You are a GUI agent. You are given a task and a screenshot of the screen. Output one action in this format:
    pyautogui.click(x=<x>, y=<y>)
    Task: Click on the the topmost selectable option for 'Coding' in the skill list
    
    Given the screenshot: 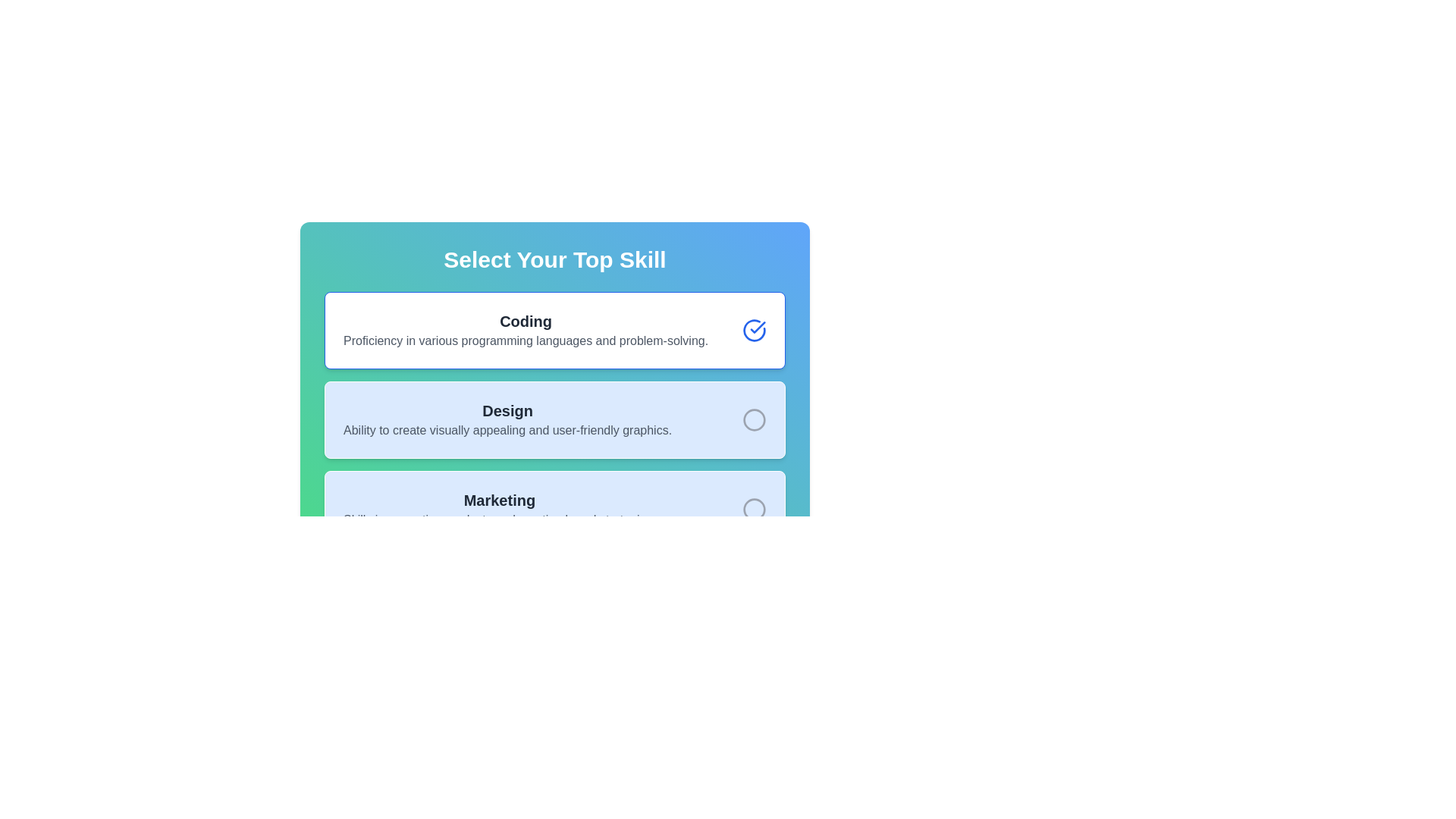 What is the action you would take?
    pyautogui.click(x=554, y=359)
    